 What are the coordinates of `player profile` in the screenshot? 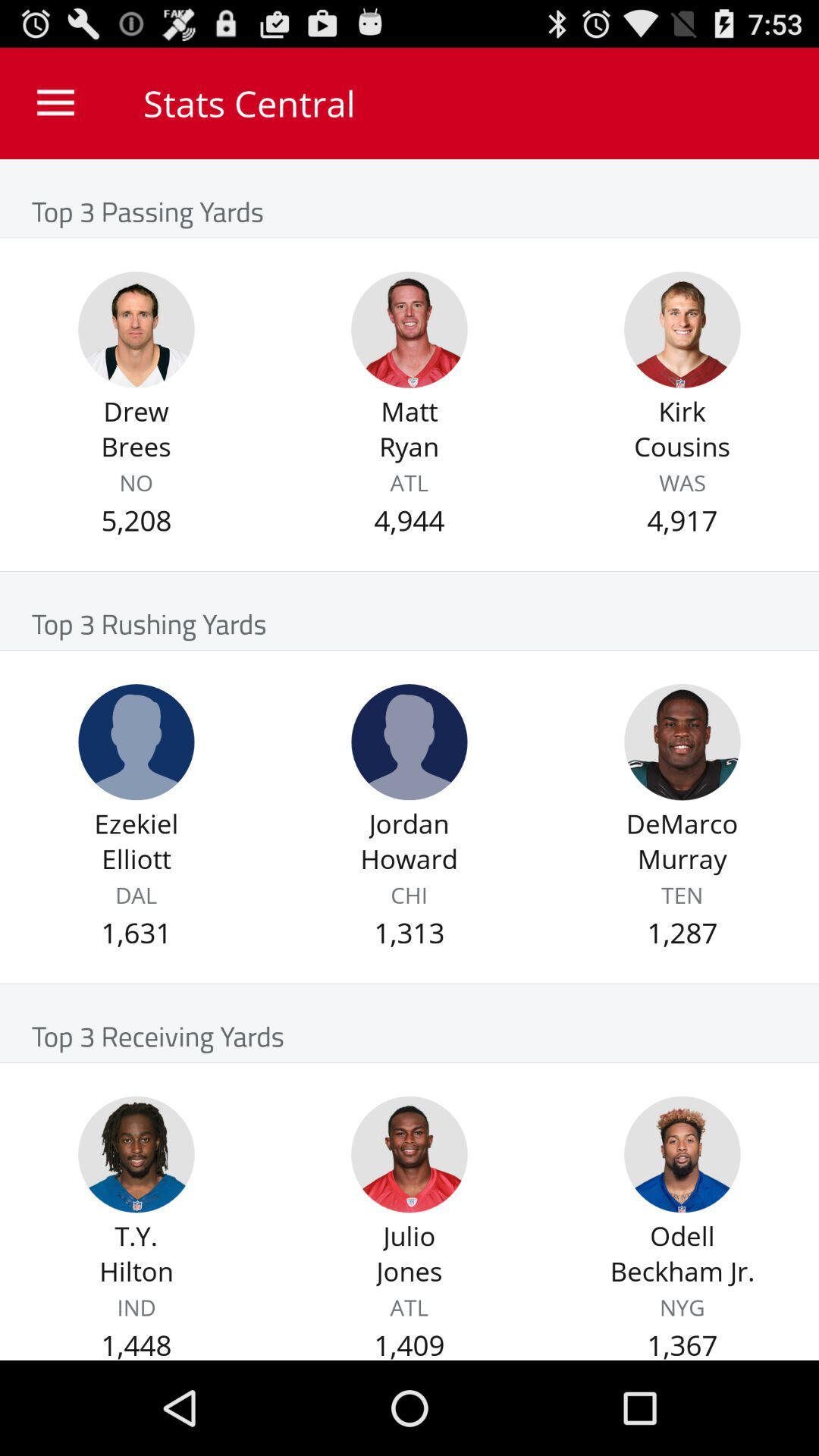 It's located at (136, 329).